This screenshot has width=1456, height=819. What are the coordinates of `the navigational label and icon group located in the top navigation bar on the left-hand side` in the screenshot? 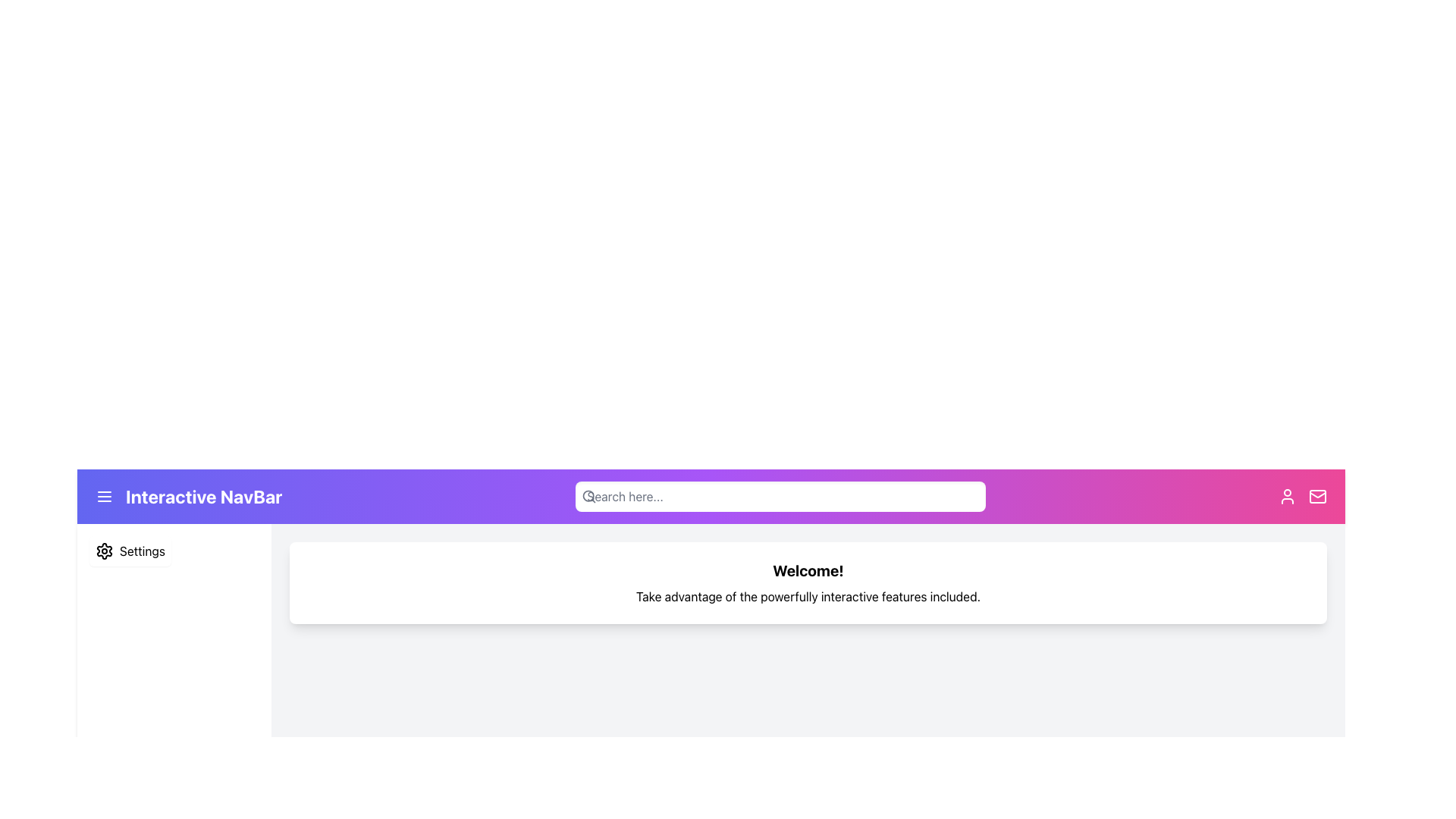 It's located at (188, 497).